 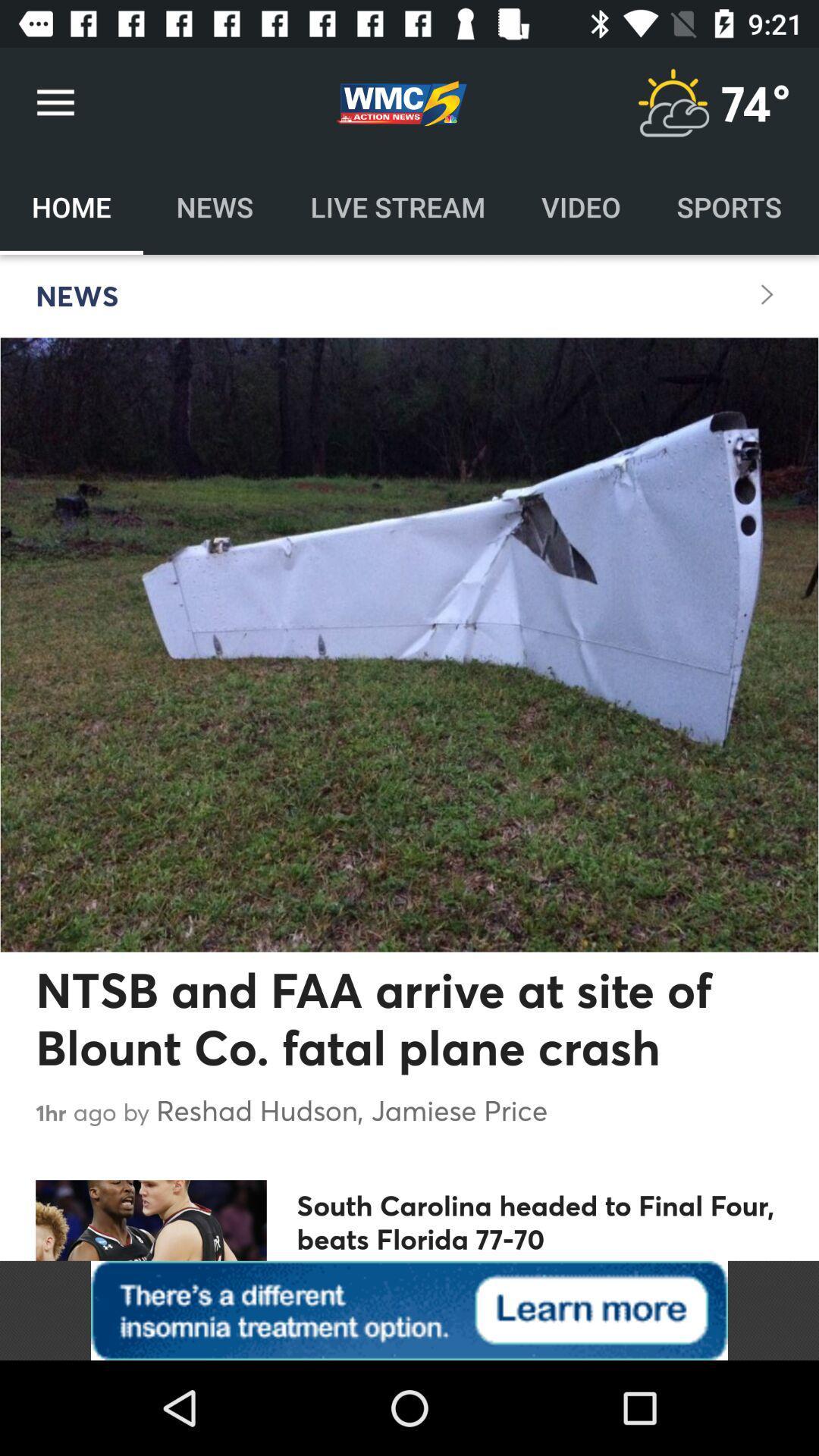 What do you see at coordinates (409, 1310) in the screenshot?
I see `advertiser` at bounding box center [409, 1310].